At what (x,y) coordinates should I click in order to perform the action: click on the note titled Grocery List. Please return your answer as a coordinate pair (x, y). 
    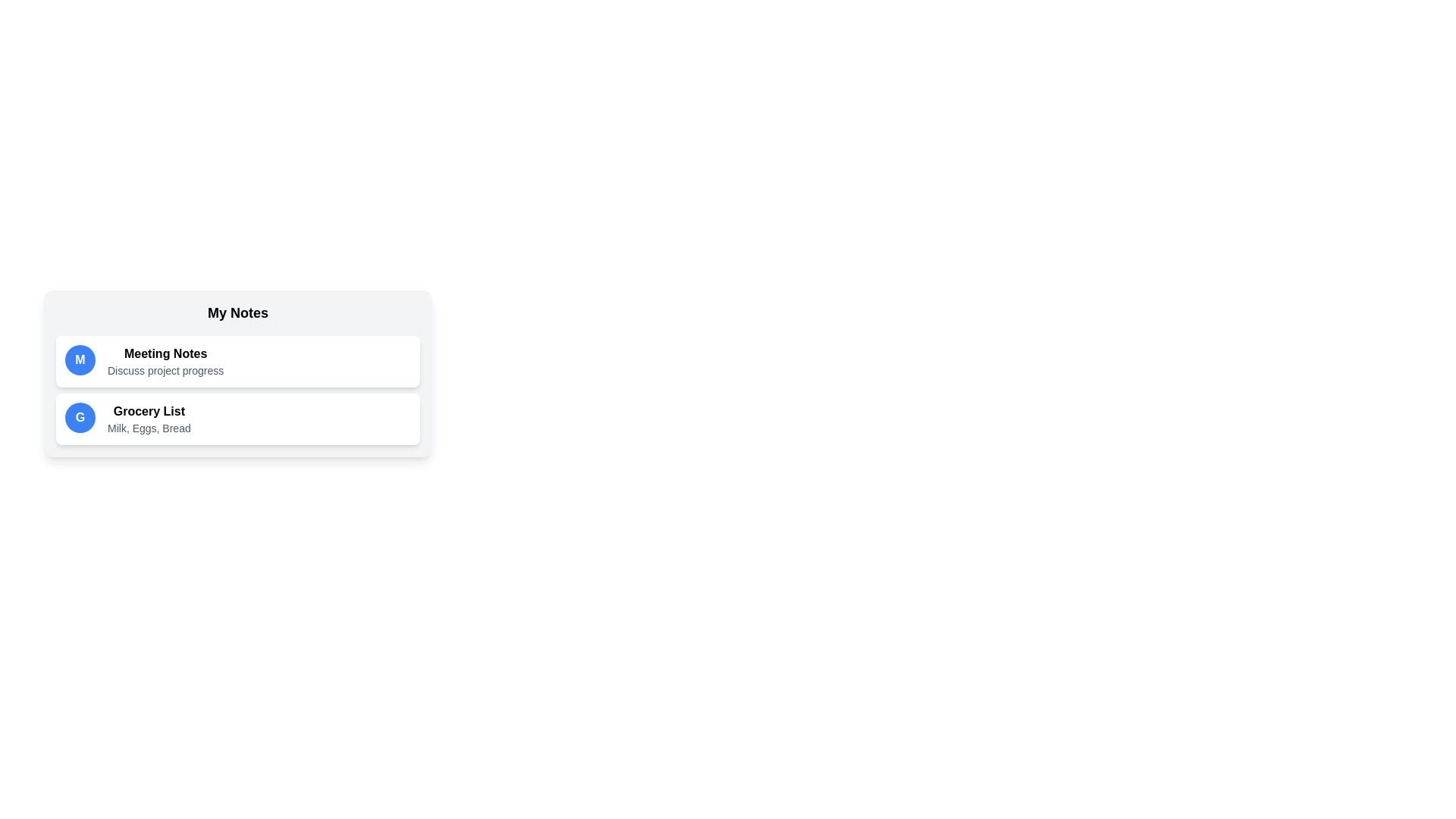
    Looking at the image, I should click on (237, 419).